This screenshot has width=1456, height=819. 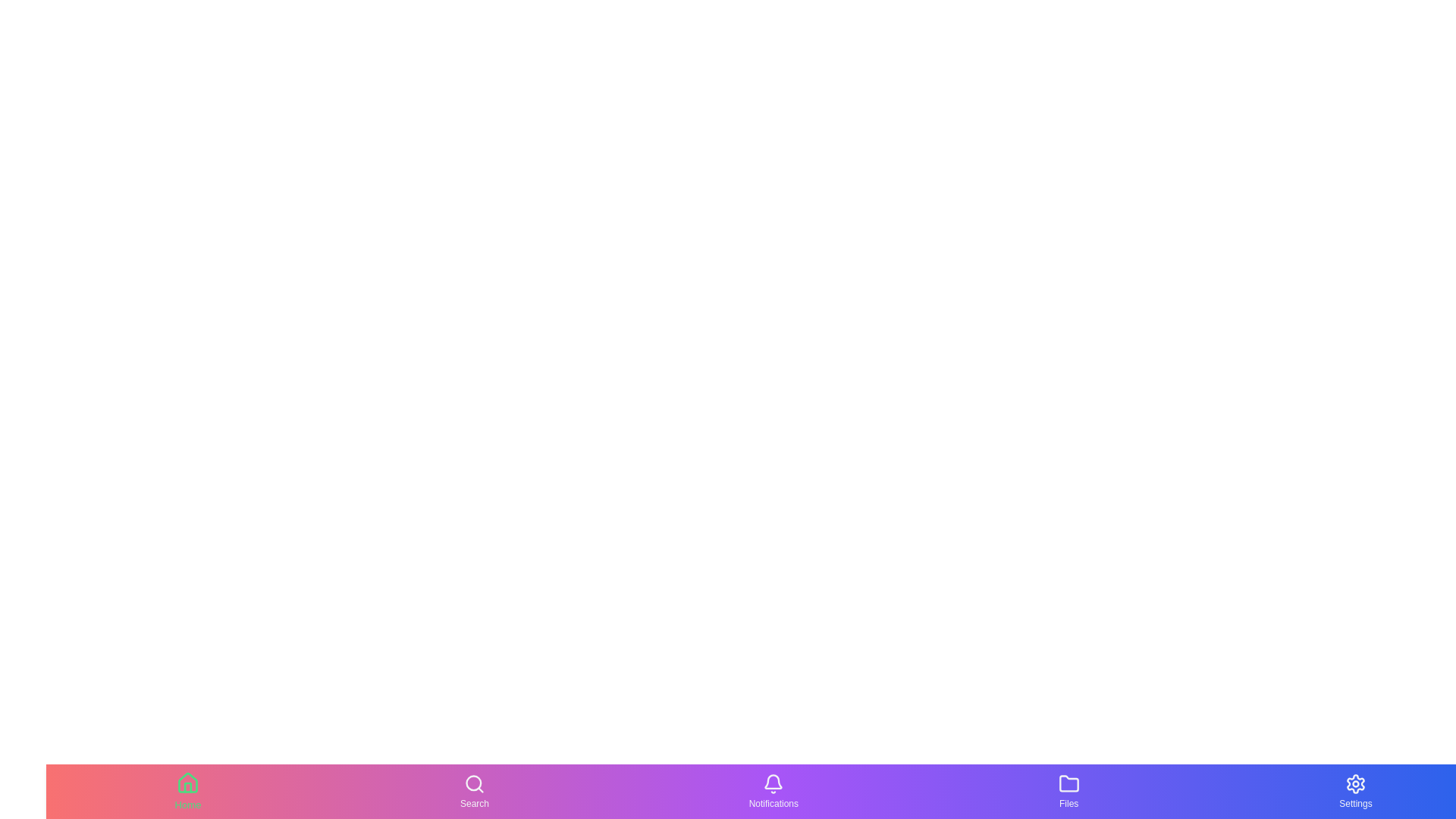 I want to click on the Settings tab button to navigate to the corresponding section, so click(x=1356, y=791).